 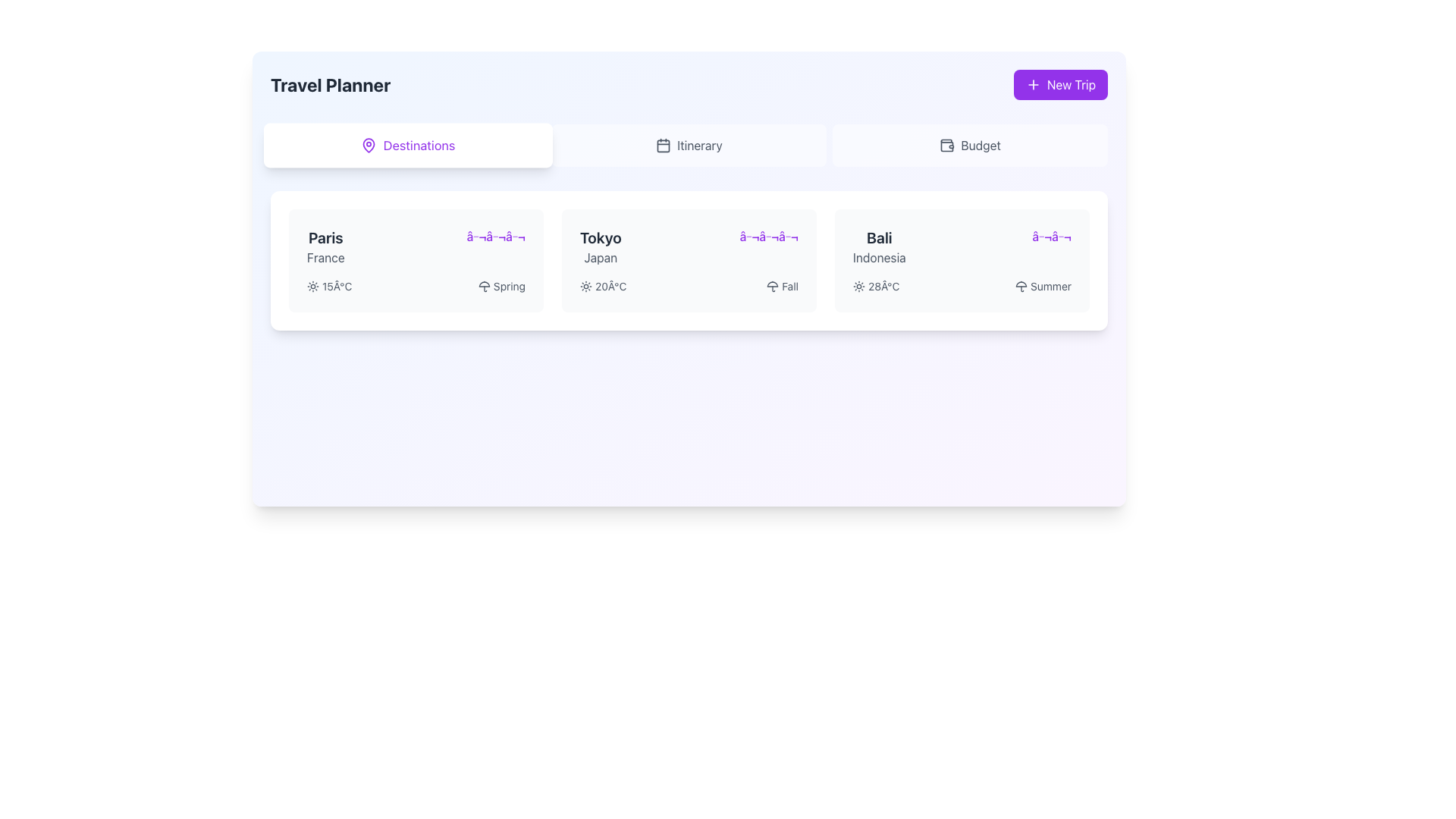 What do you see at coordinates (783, 287) in the screenshot?
I see `the informational text label with icon indicating the season associated with the destination 'Tokyo', located to the right of '20°C' in the lower half of the card` at bounding box center [783, 287].